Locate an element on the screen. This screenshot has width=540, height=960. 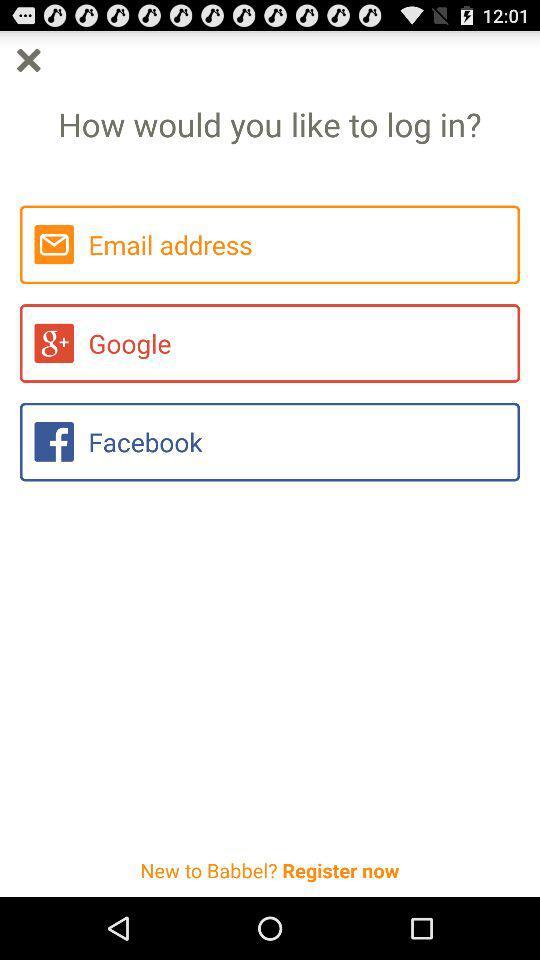
the close icon is located at coordinates (27, 64).